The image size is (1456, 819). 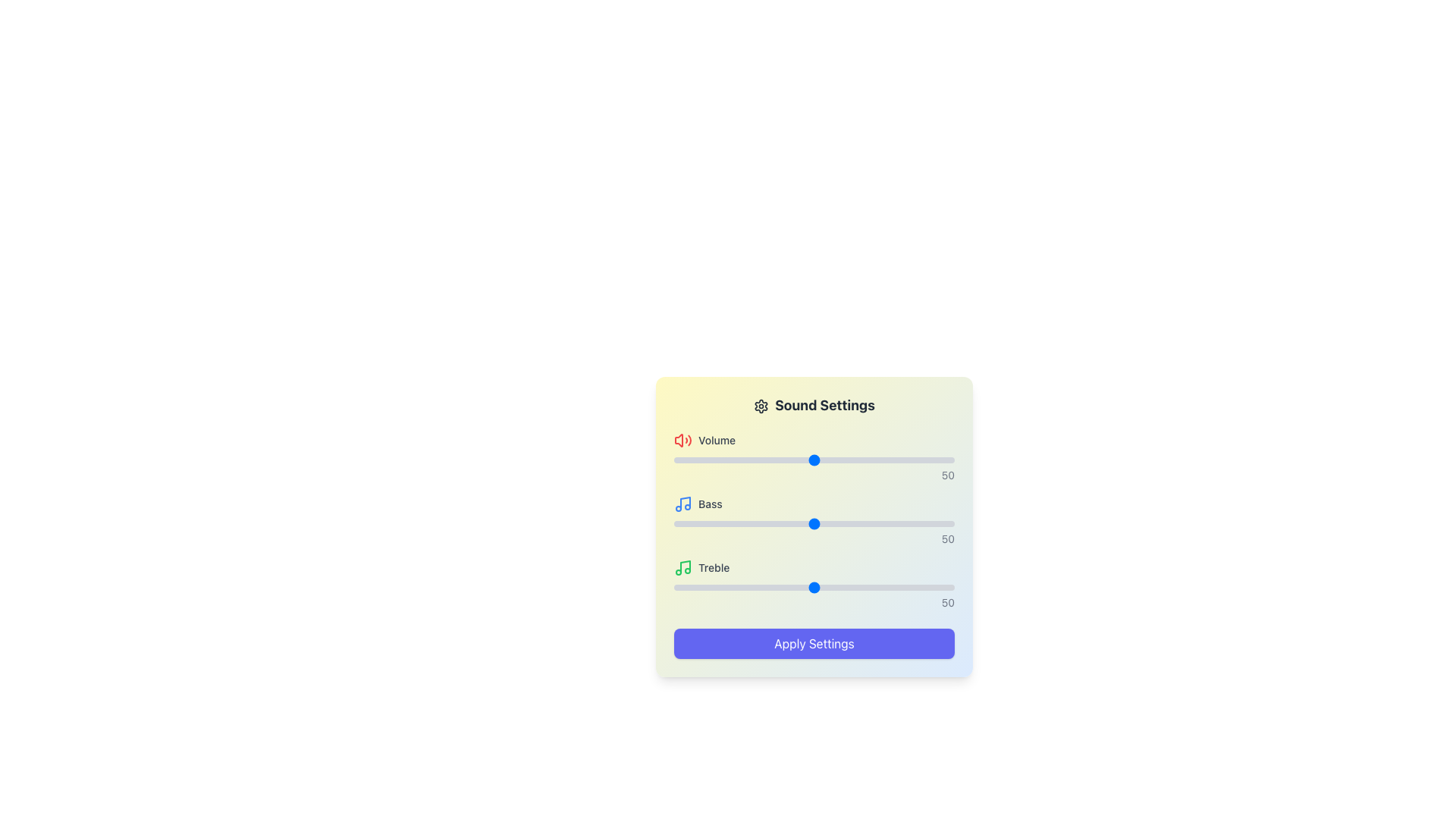 I want to click on treble, so click(x=786, y=587).